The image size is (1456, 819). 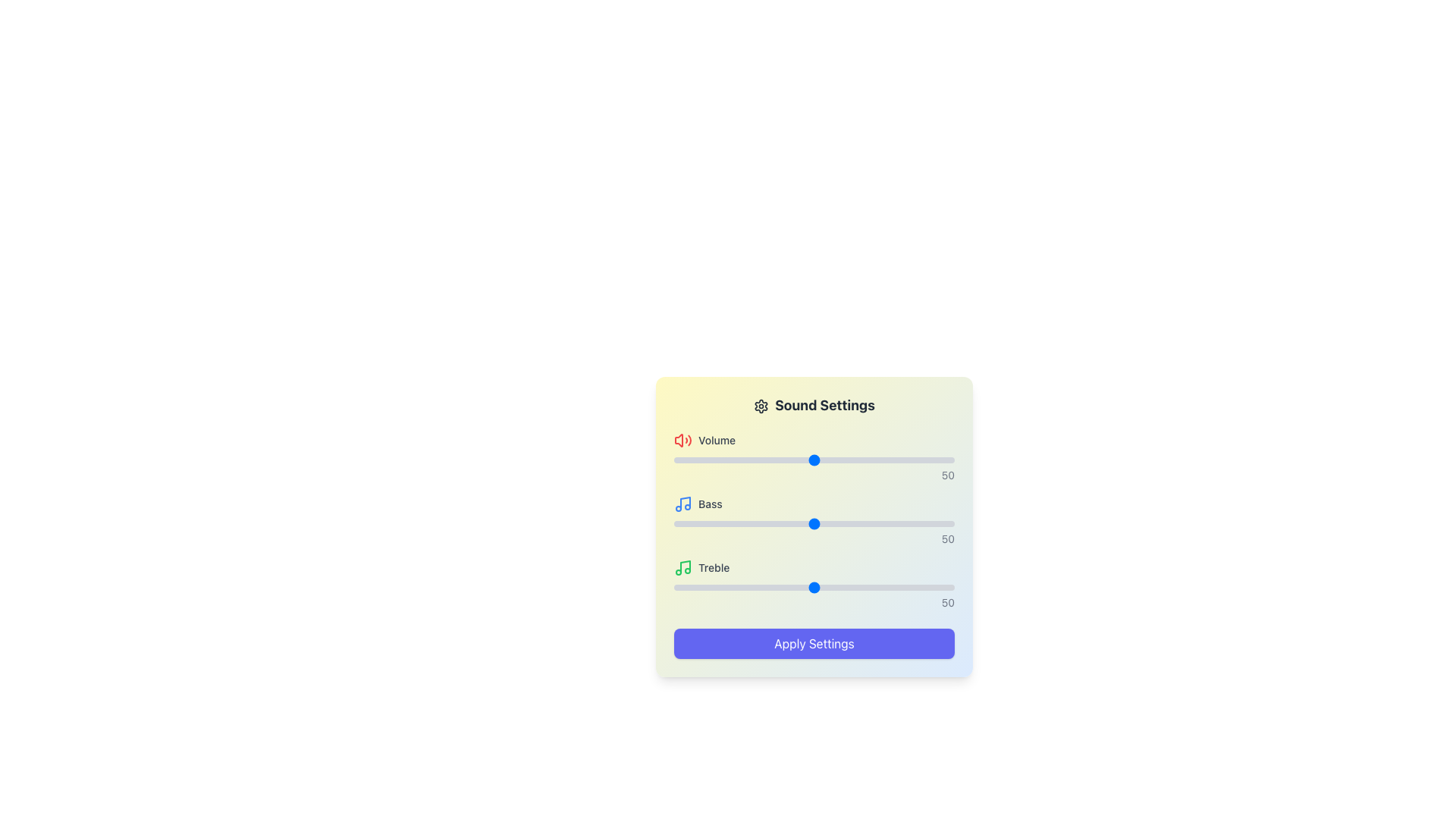 I want to click on treble, so click(x=786, y=587).